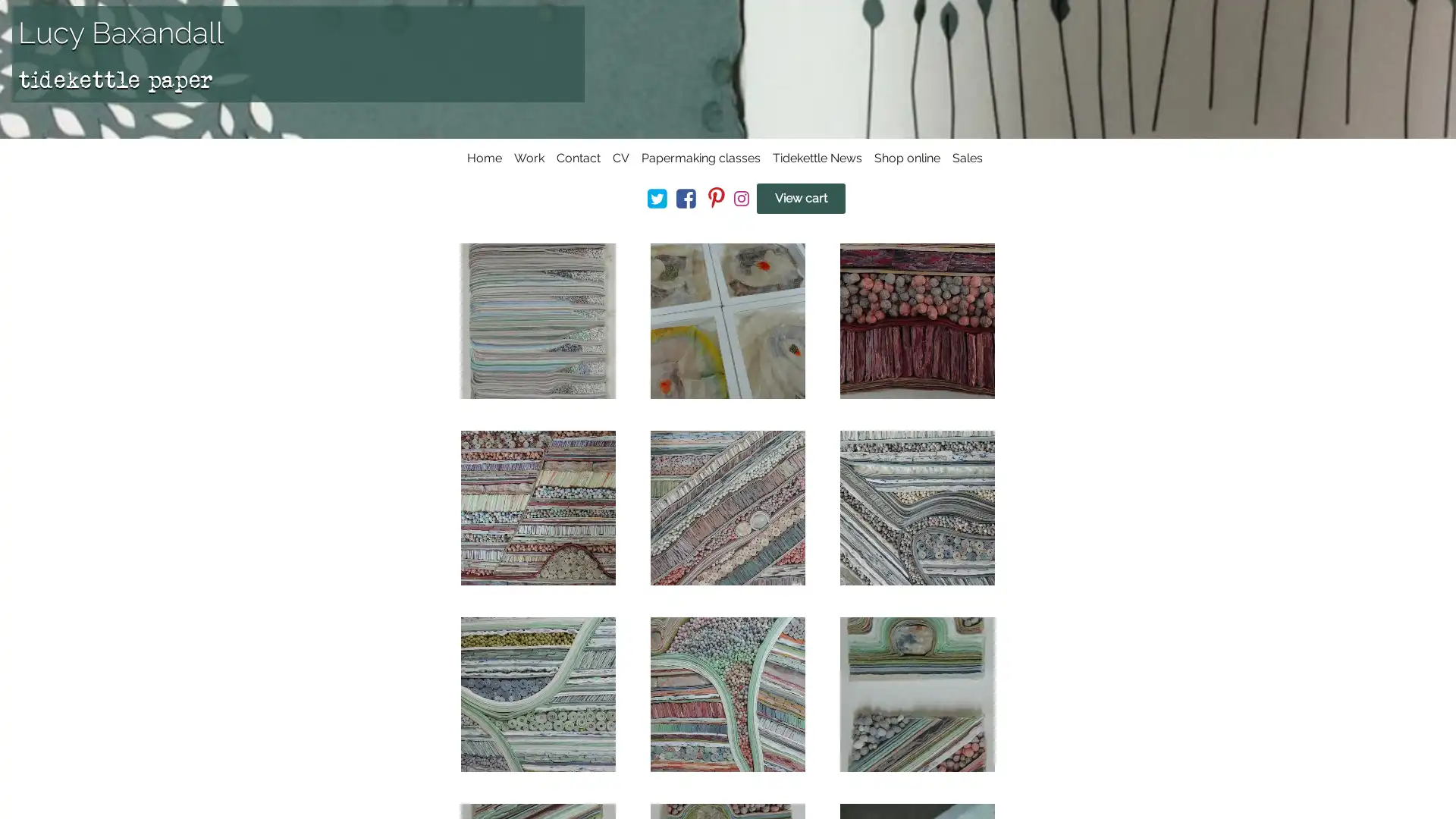 This screenshot has height=819, width=1456. I want to click on View cart, so click(799, 198).